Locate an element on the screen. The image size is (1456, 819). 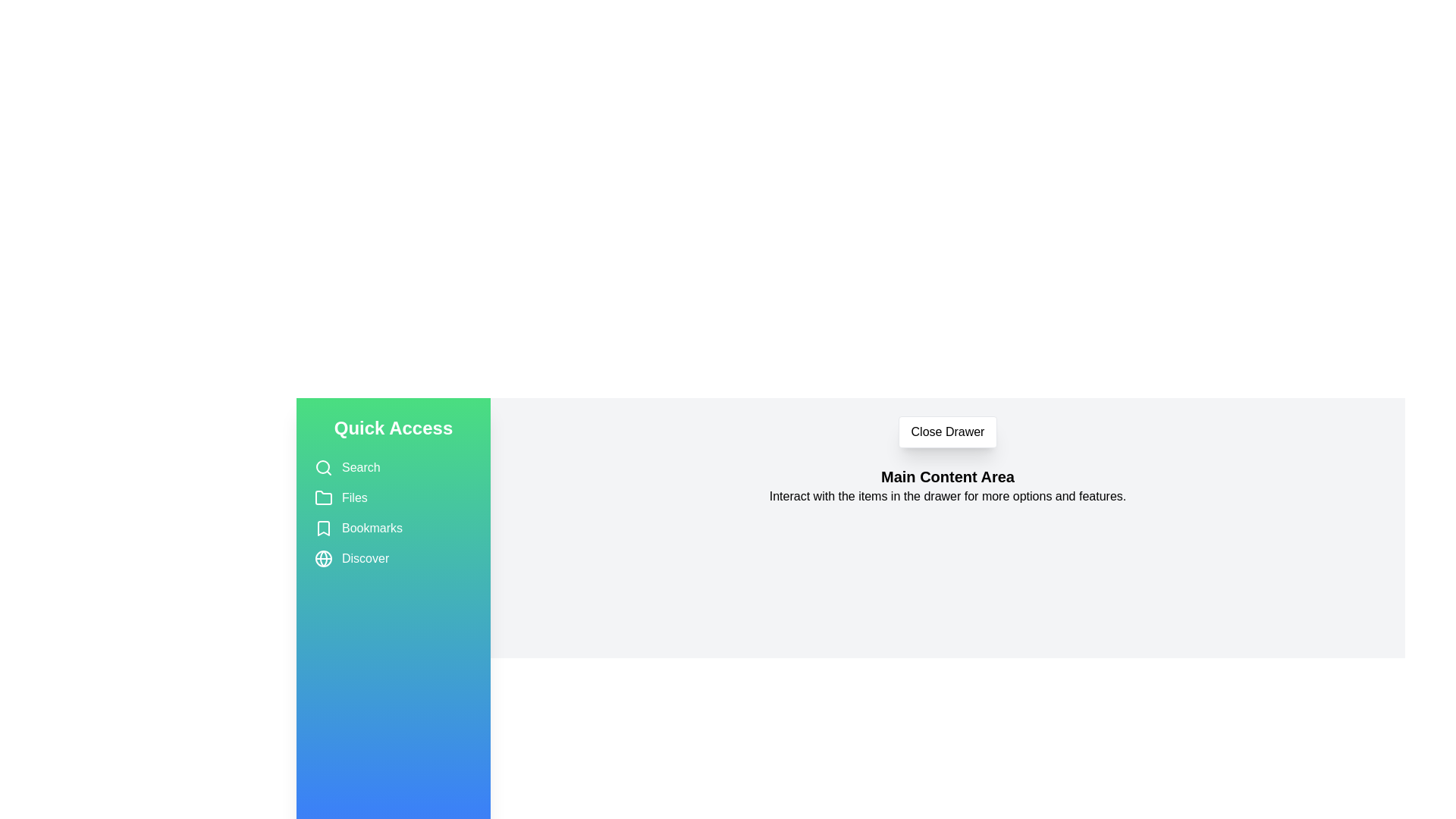
button labeled 'Close Drawer' to toggle the drawer state is located at coordinates (946, 432).